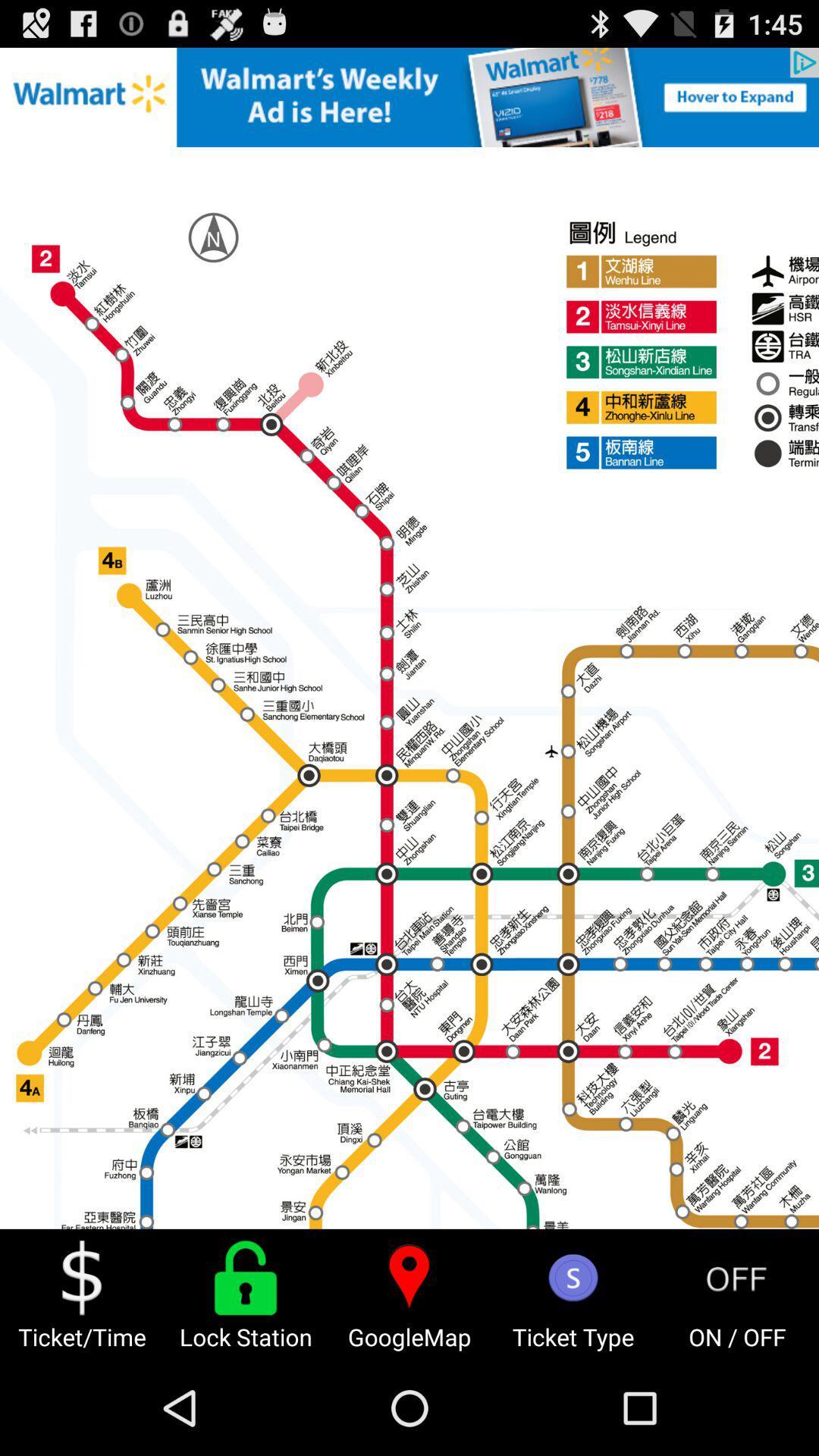  What do you see at coordinates (736, 1277) in the screenshot?
I see `off button` at bounding box center [736, 1277].